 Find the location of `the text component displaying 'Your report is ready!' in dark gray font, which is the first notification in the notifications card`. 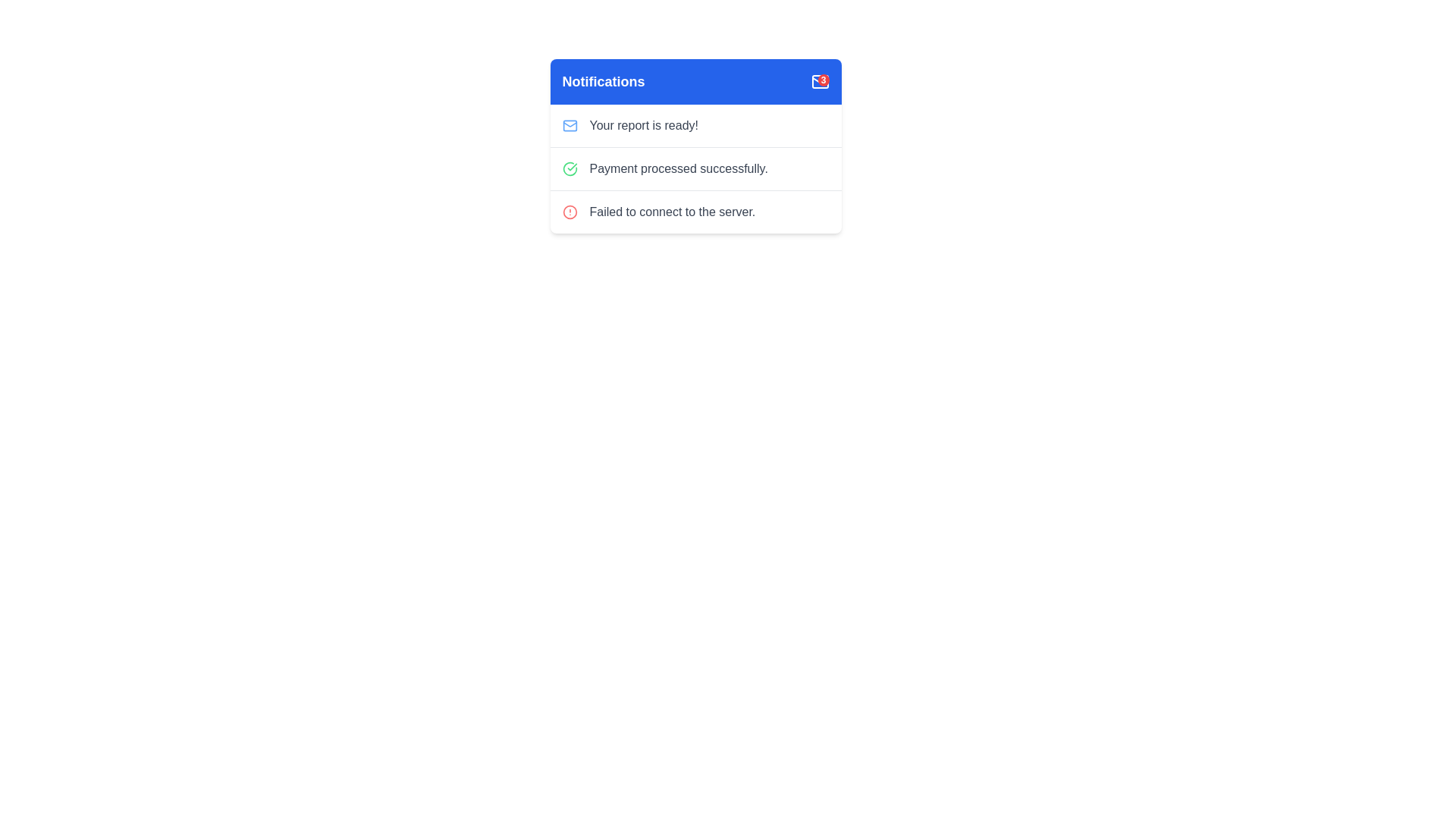

the text component displaying 'Your report is ready!' in dark gray font, which is the first notification in the notifications card is located at coordinates (644, 124).